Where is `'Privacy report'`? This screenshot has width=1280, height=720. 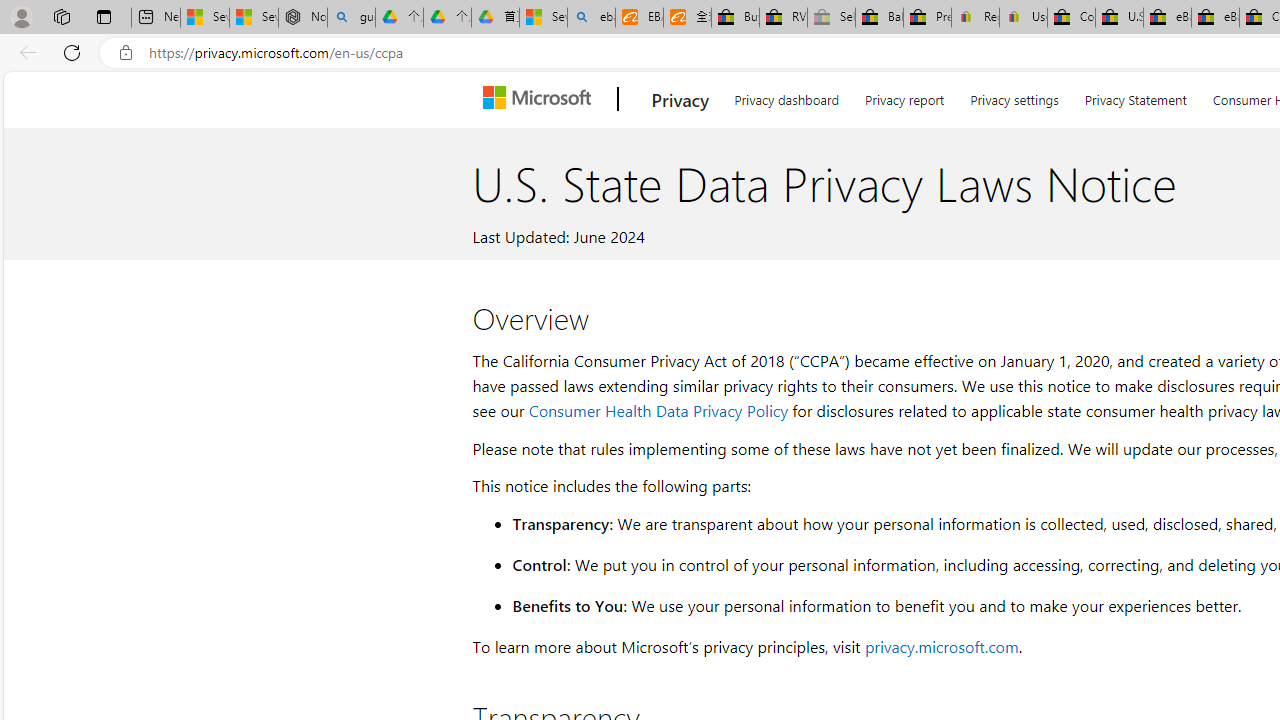 'Privacy report' is located at coordinates (903, 96).